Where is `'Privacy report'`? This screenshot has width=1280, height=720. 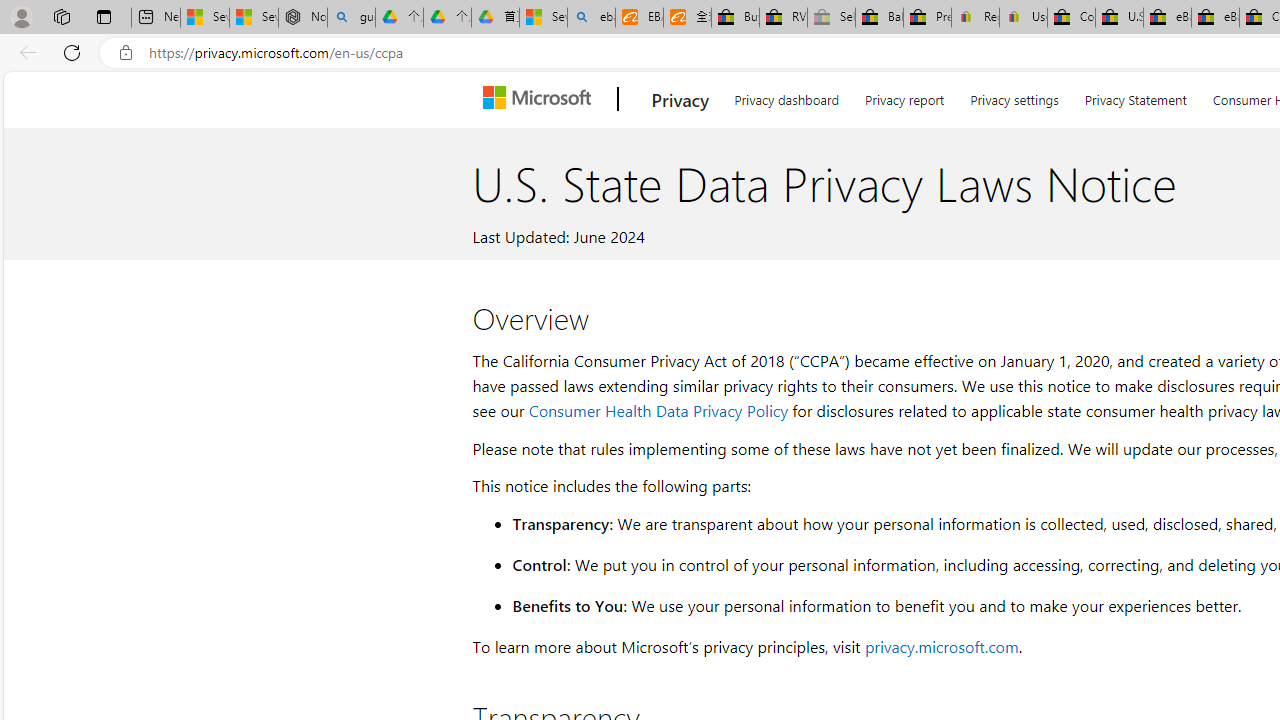 'Privacy report' is located at coordinates (903, 96).